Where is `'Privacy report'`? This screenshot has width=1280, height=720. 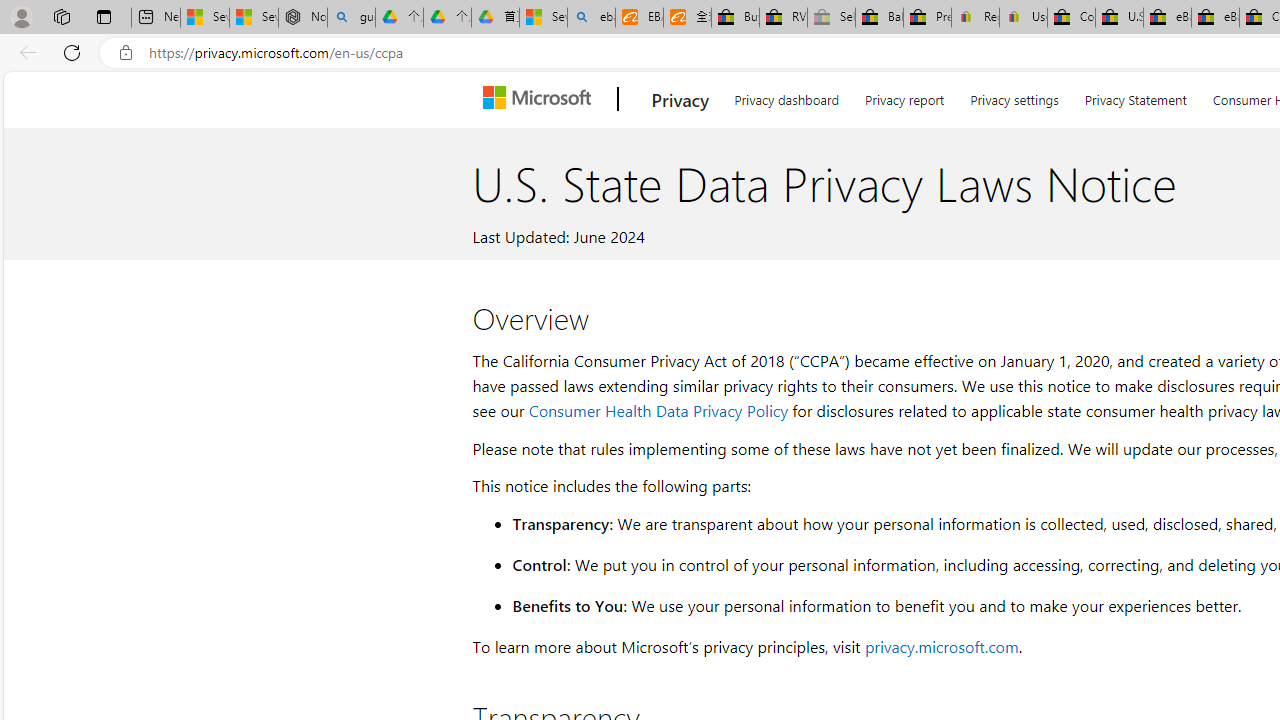 'Privacy report' is located at coordinates (903, 96).